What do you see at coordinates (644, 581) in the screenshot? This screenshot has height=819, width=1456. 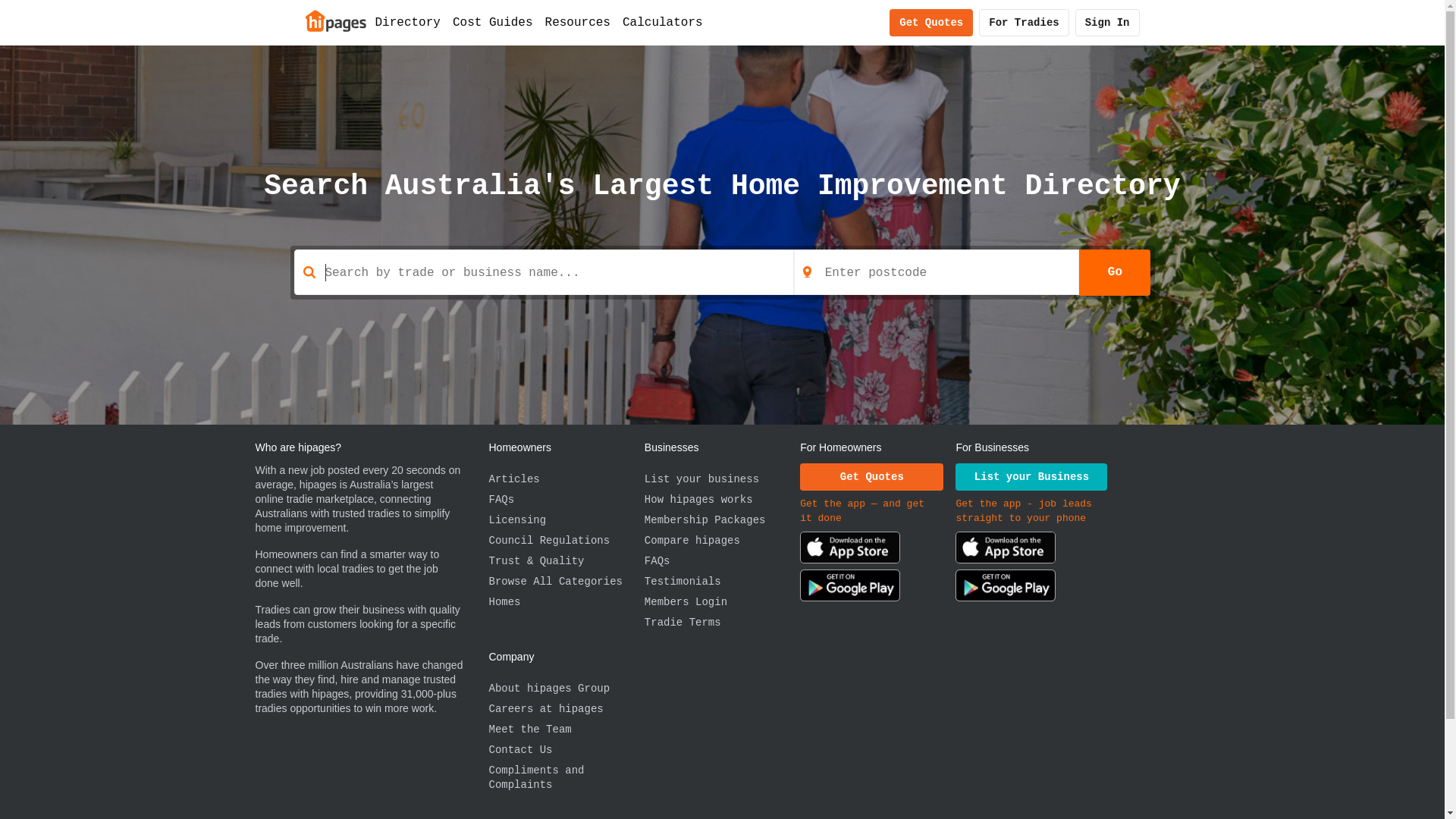 I see `'Testimonials'` at bounding box center [644, 581].